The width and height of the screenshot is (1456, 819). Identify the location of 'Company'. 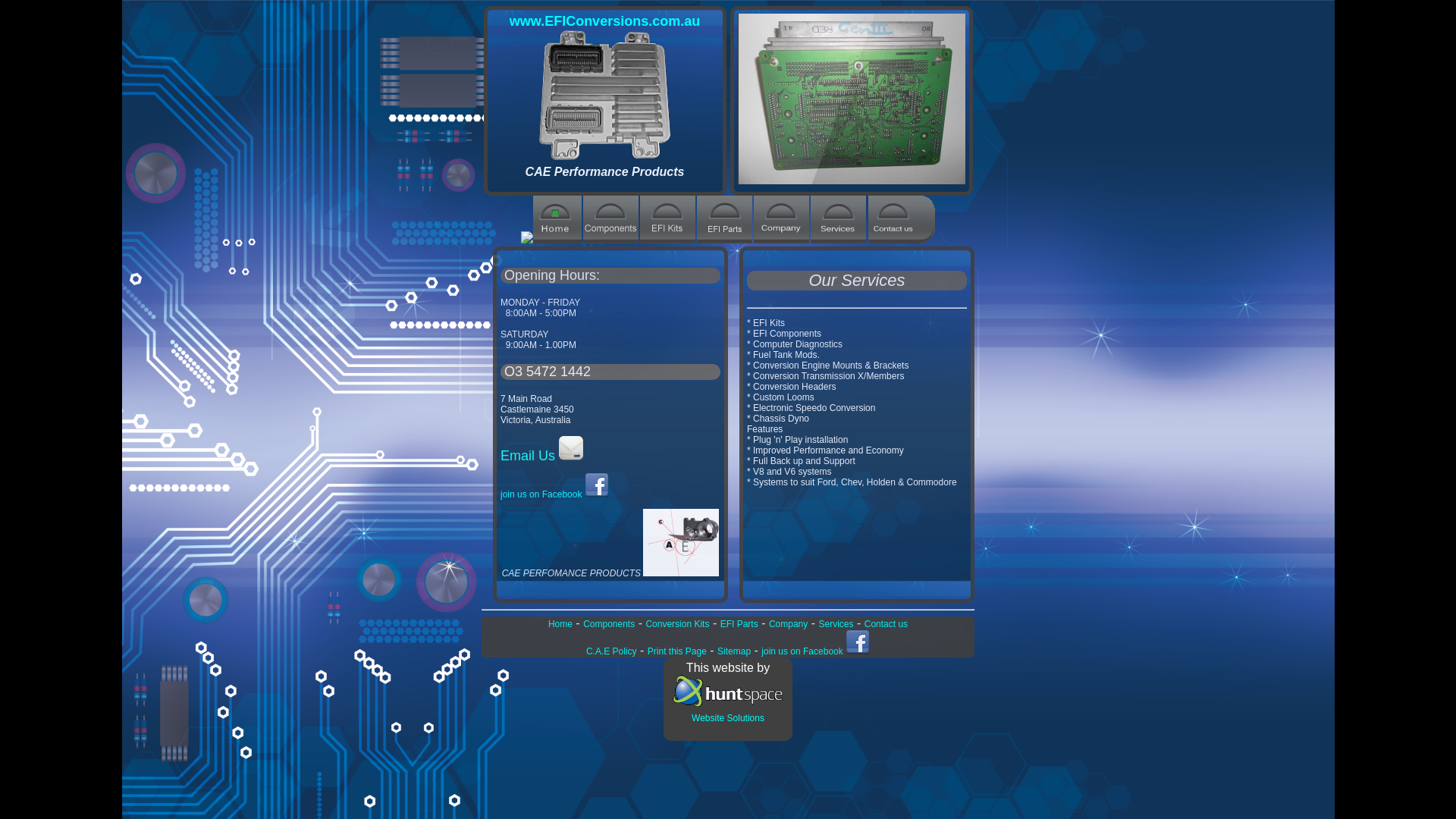
(788, 623).